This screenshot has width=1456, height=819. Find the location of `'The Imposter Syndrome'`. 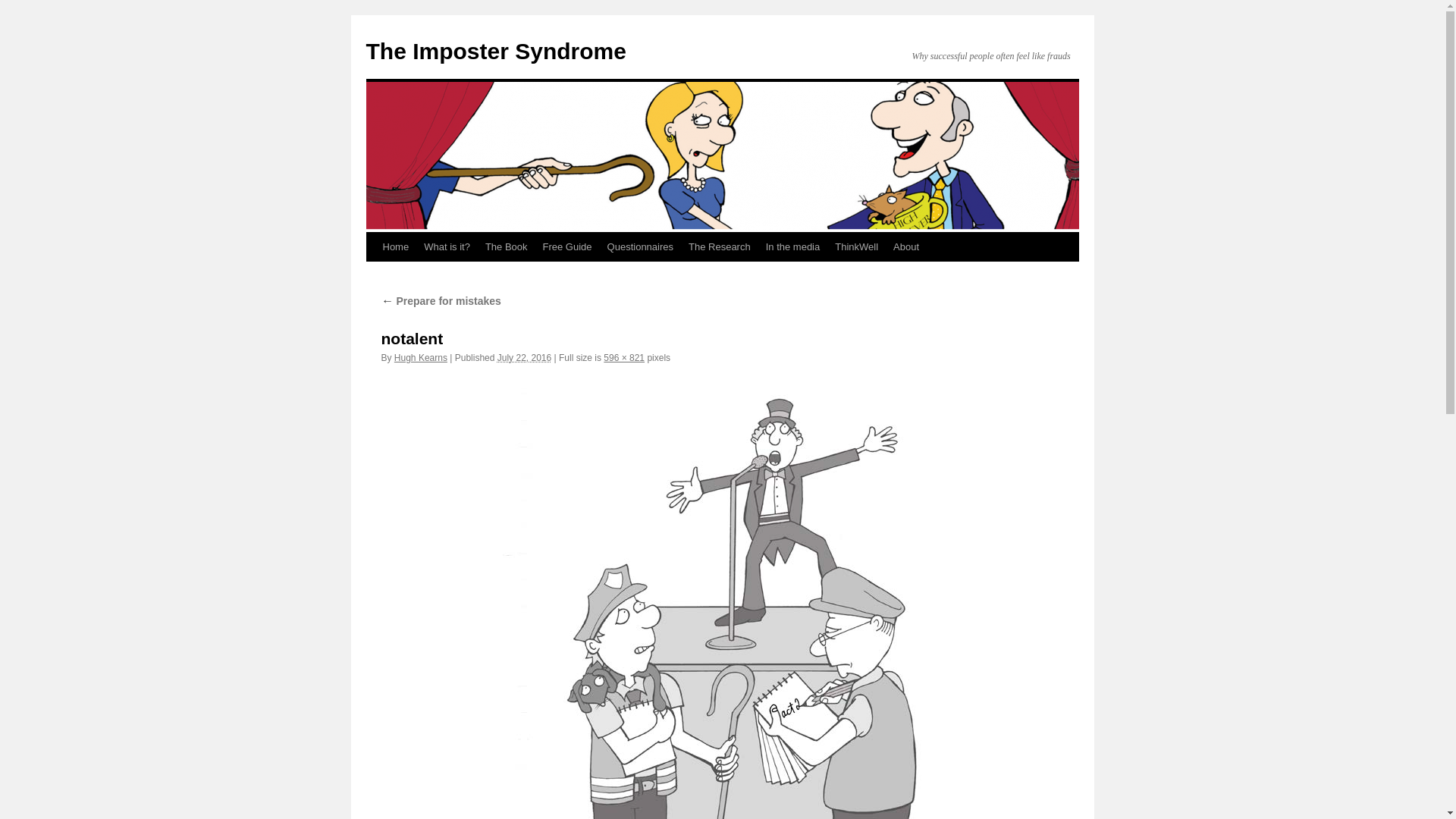

'The Imposter Syndrome' is located at coordinates (495, 50).